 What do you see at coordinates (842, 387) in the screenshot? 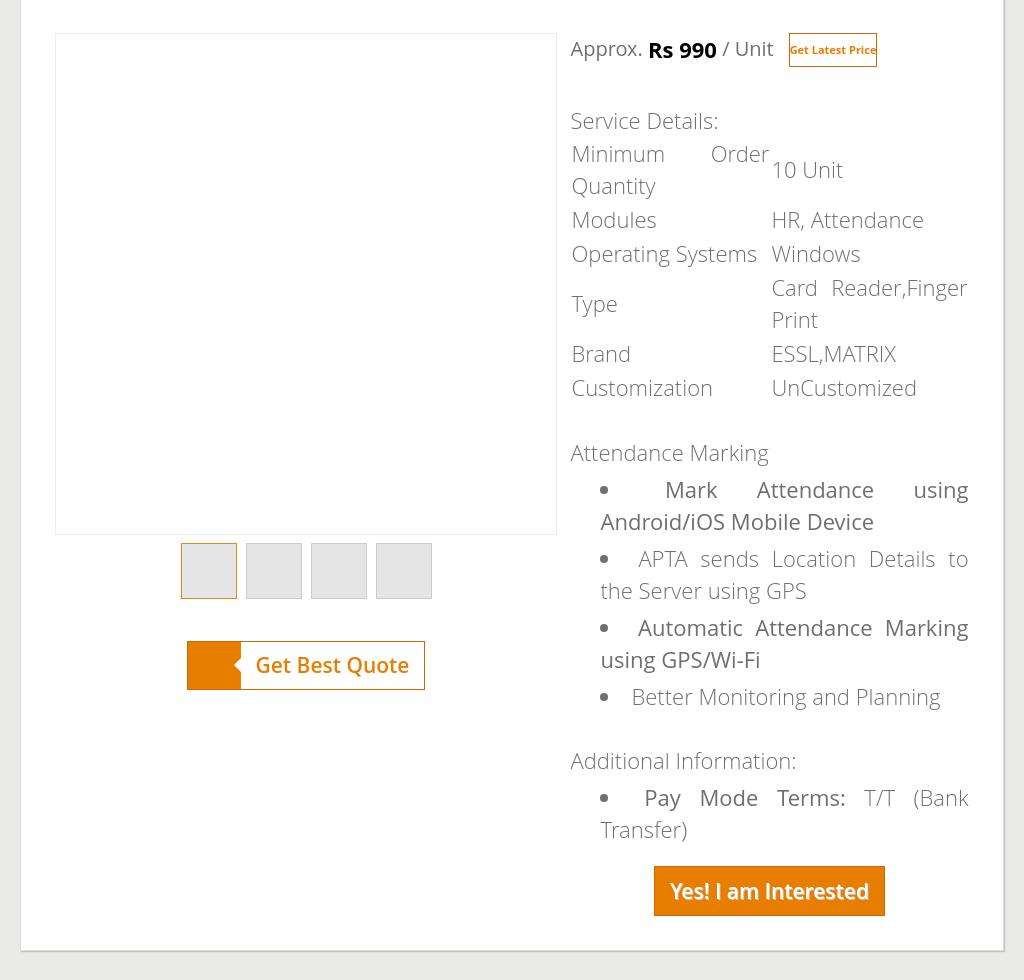
I see `'UnCustomized'` at bounding box center [842, 387].